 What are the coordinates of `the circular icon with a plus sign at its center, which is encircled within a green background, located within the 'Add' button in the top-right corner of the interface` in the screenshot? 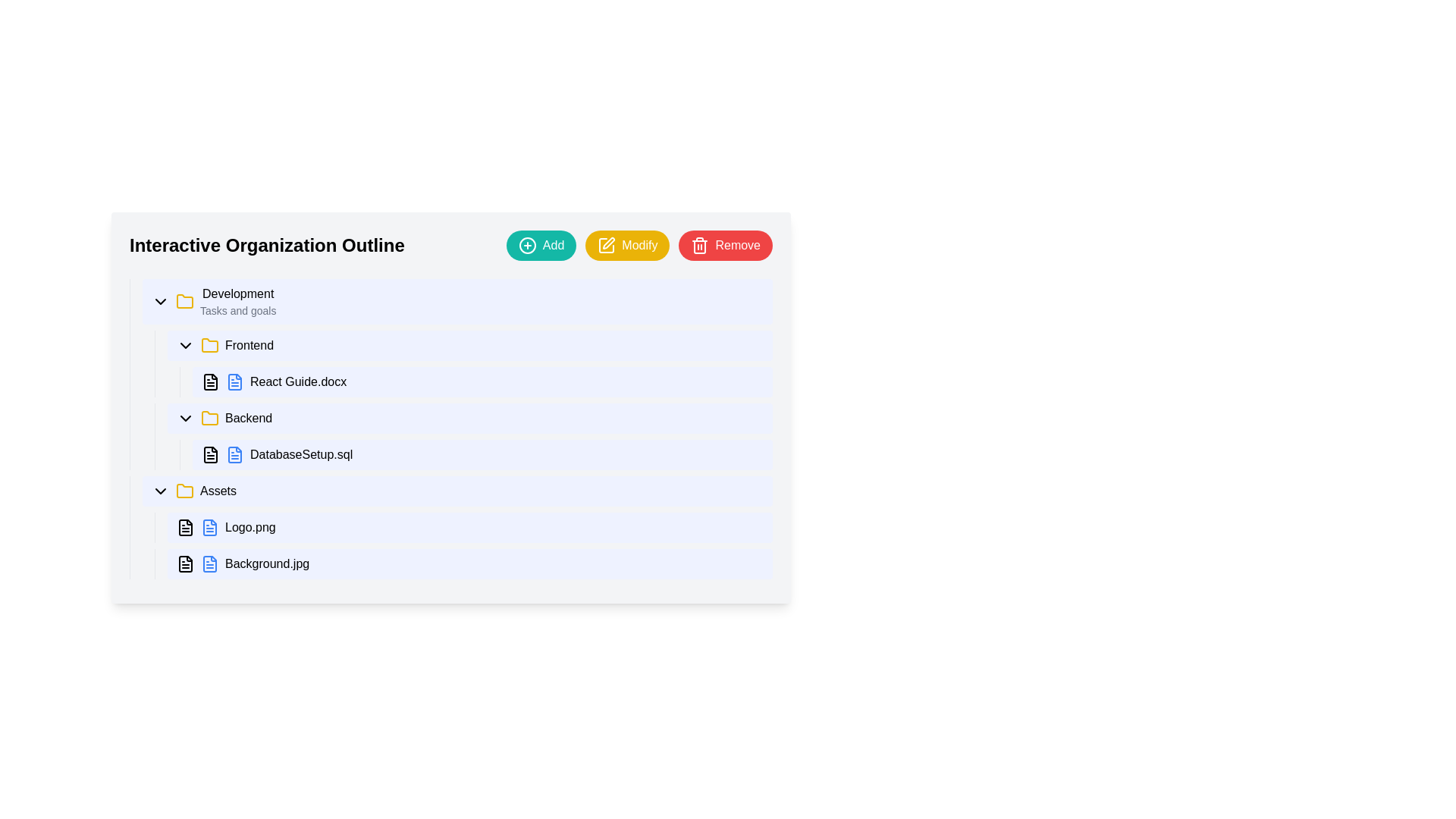 It's located at (527, 245).